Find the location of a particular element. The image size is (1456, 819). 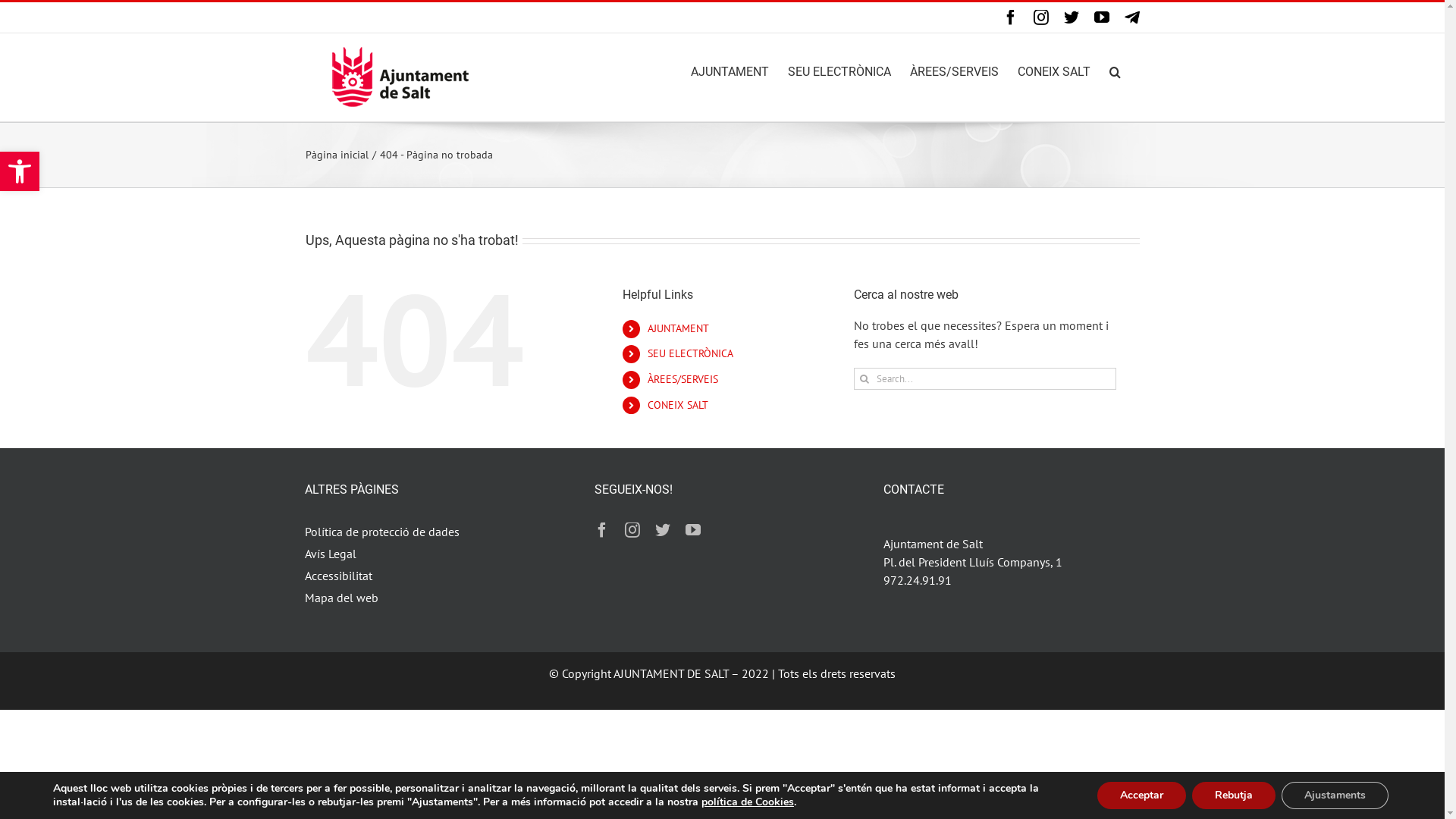

'YouTube' is located at coordinates (1101, 17).